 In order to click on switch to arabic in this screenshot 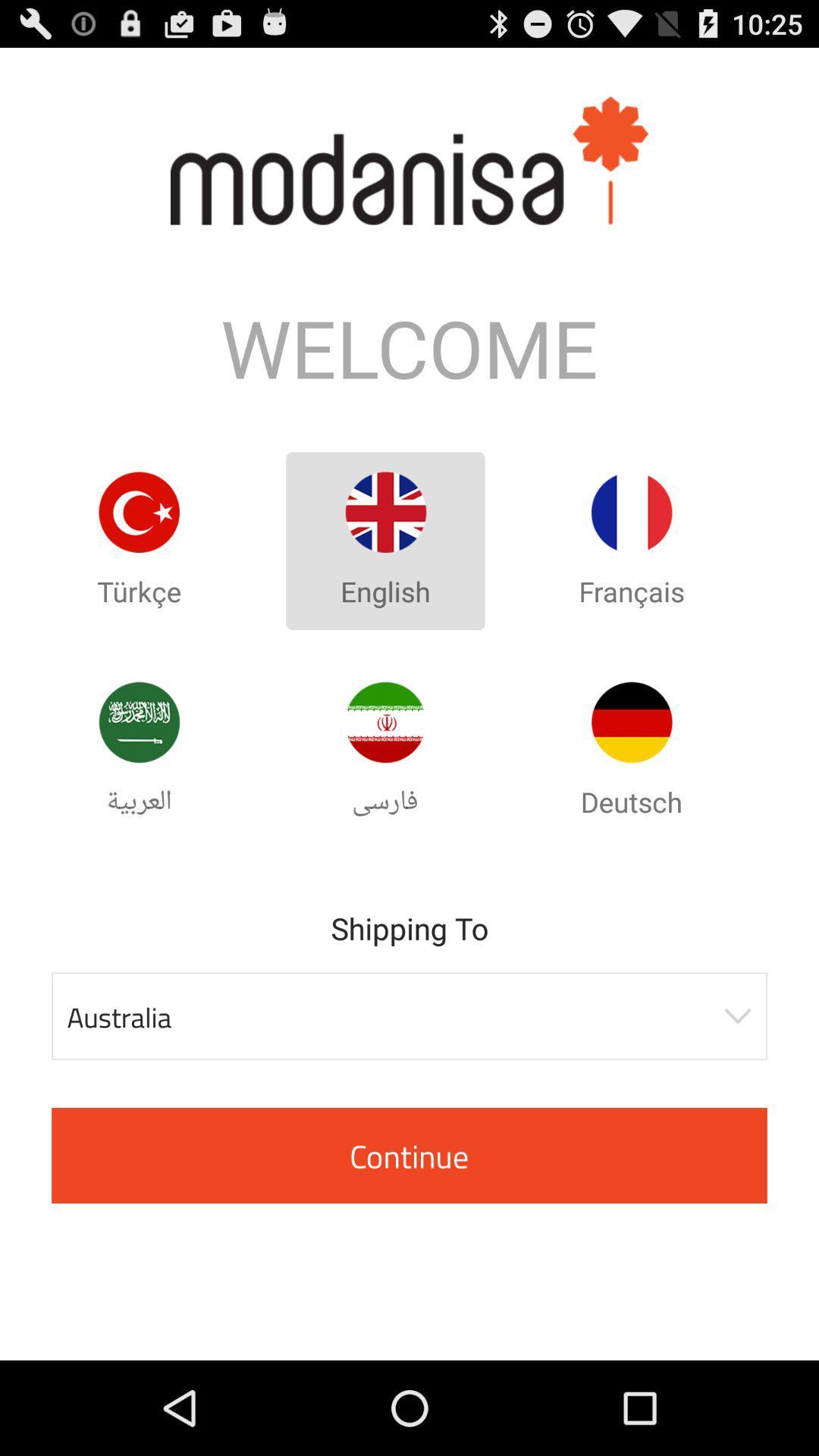, I will do `click(139, 721)`.